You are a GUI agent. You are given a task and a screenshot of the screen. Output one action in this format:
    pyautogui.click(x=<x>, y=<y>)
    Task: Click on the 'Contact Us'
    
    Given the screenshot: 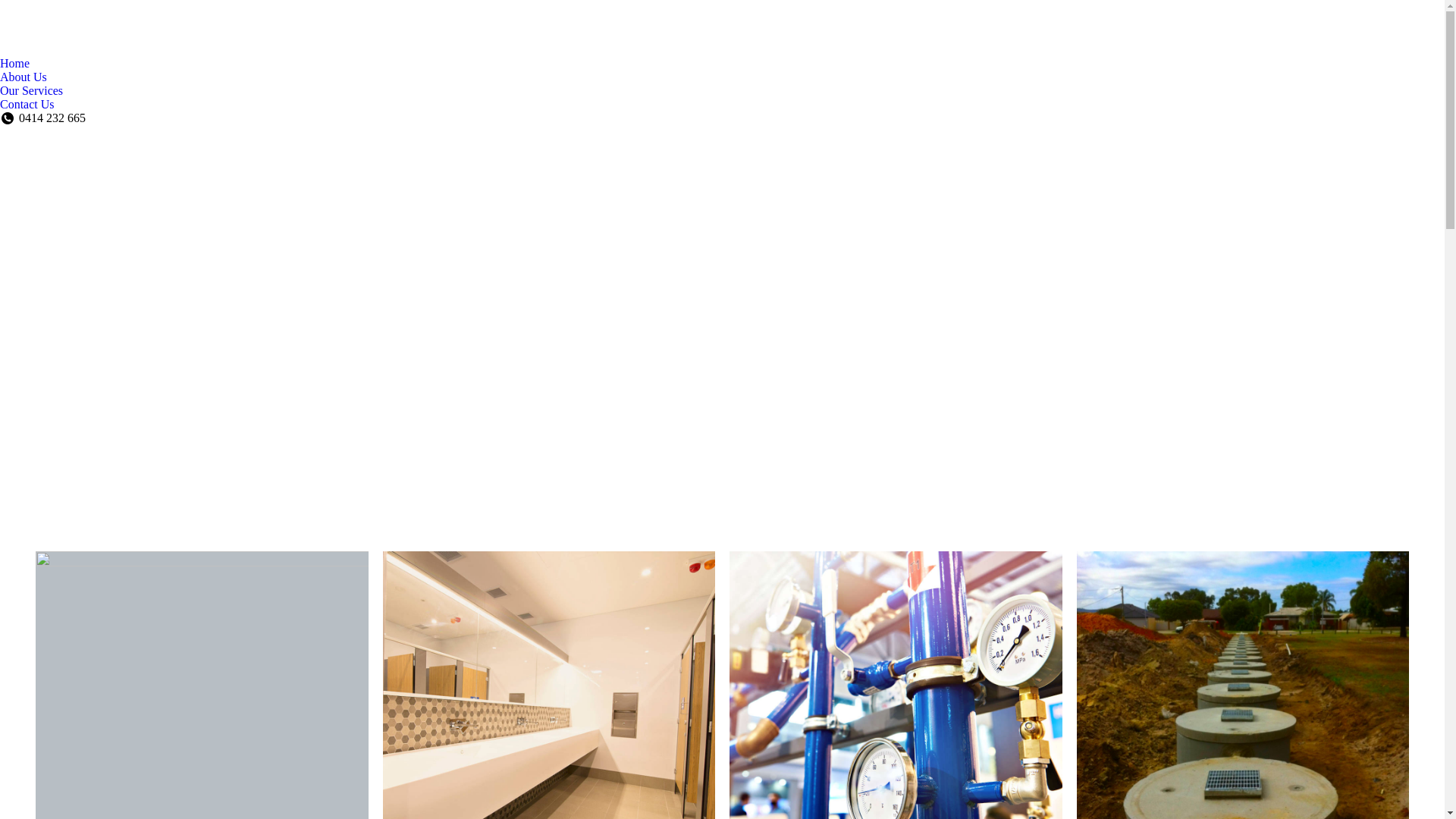 What is the action you would take?
    pyautogui.click(x=27, y=104)
    